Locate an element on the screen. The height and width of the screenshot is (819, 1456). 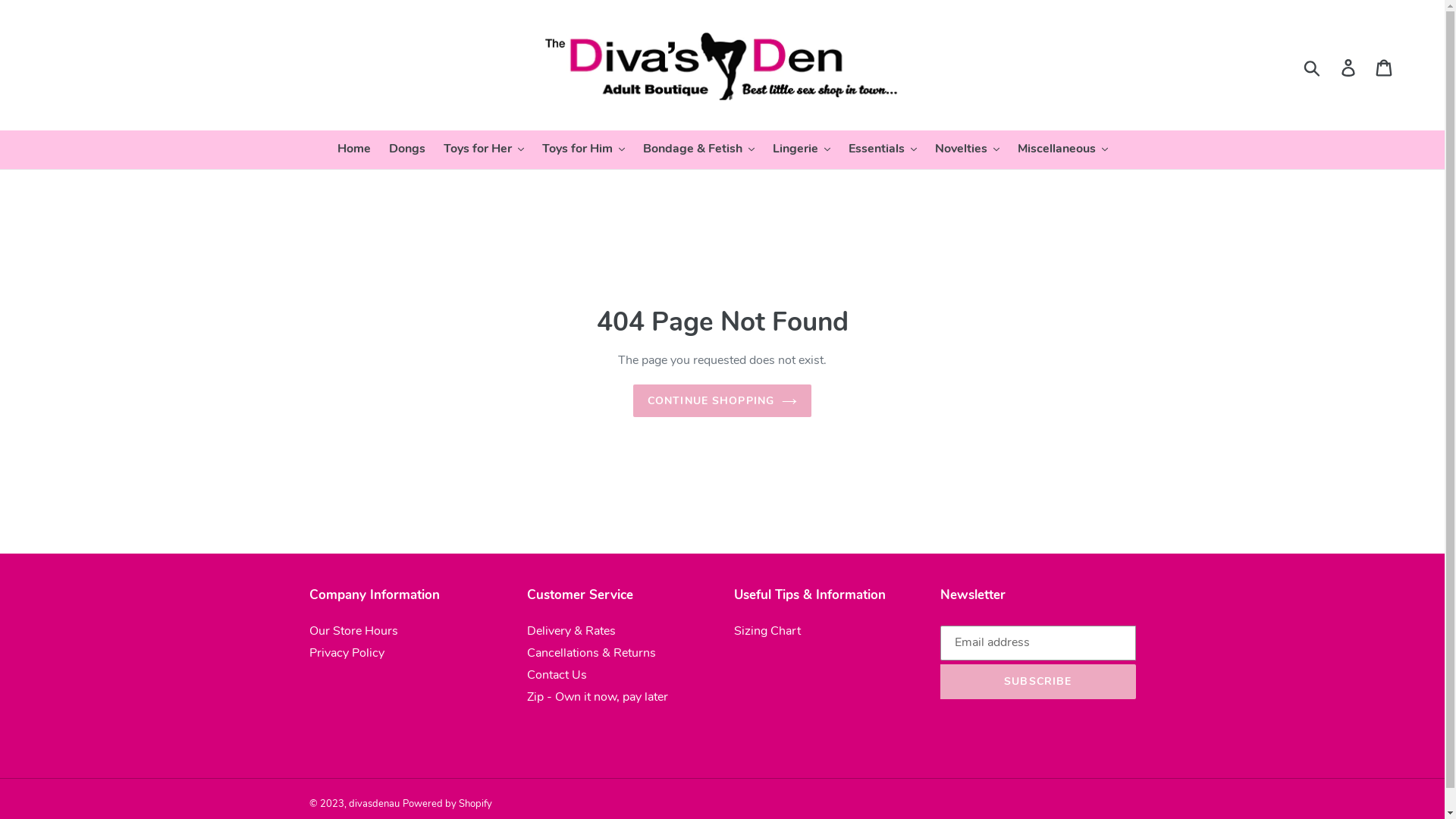
'Cancellations & Returns' is located at coordinates (527, 652).